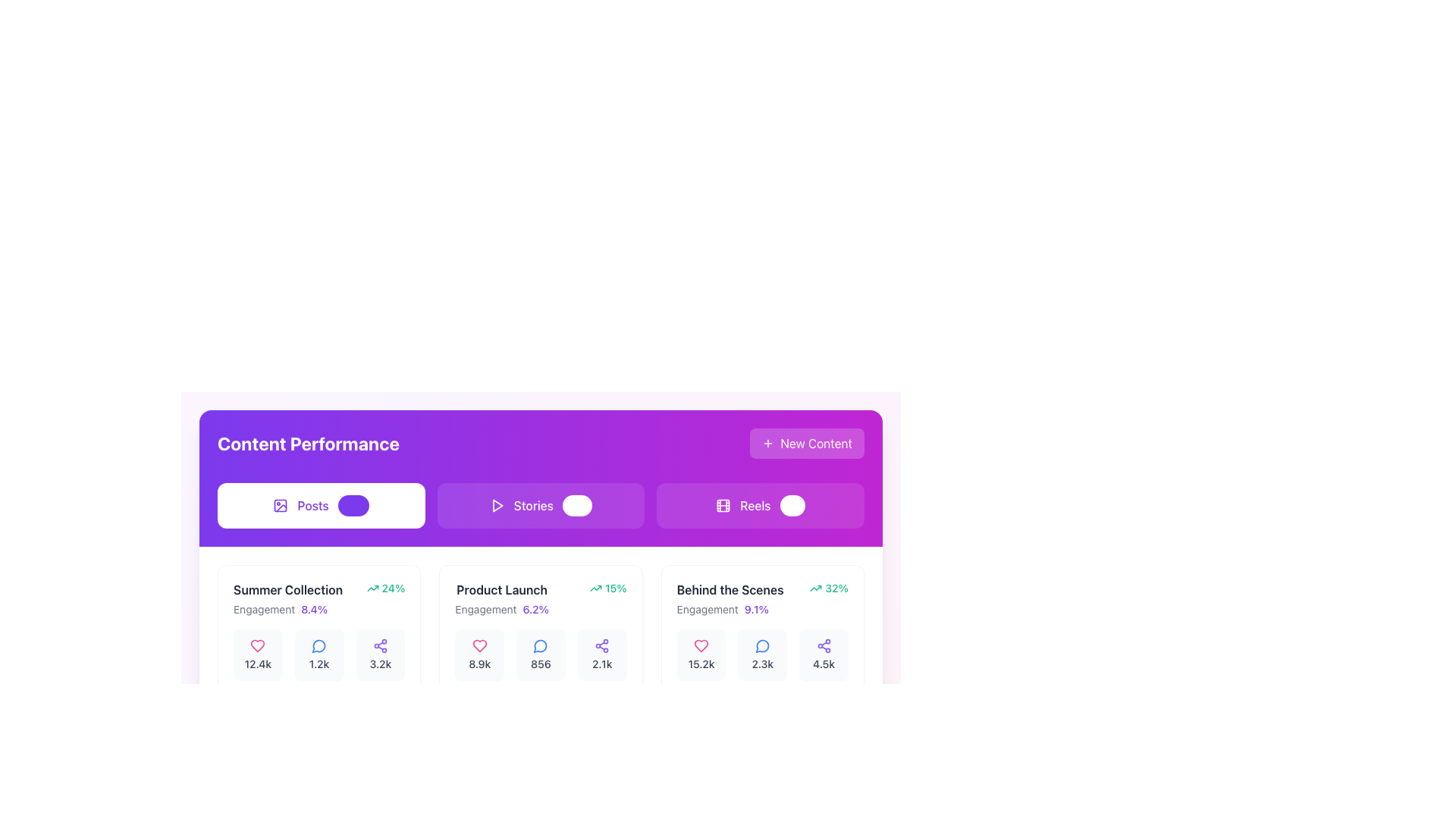 The width and height of the screenshot is (1456, 819). I want to click on the static text displaying the number of comments or interactions, located under the blue comment icon in the second column of data cards, so click(318, 663).